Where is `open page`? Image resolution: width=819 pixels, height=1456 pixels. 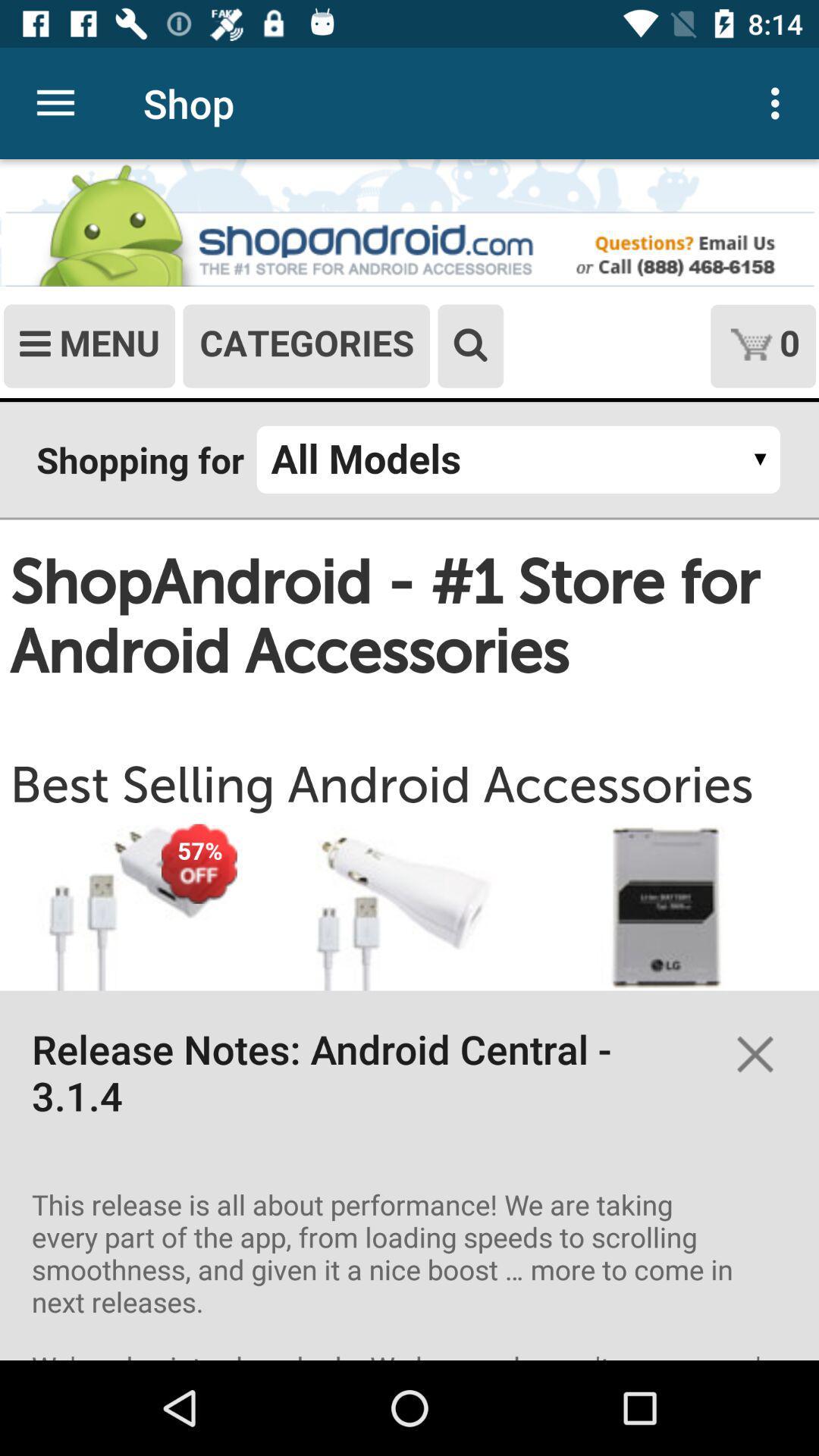 open page is located at coordinates (409, 760).